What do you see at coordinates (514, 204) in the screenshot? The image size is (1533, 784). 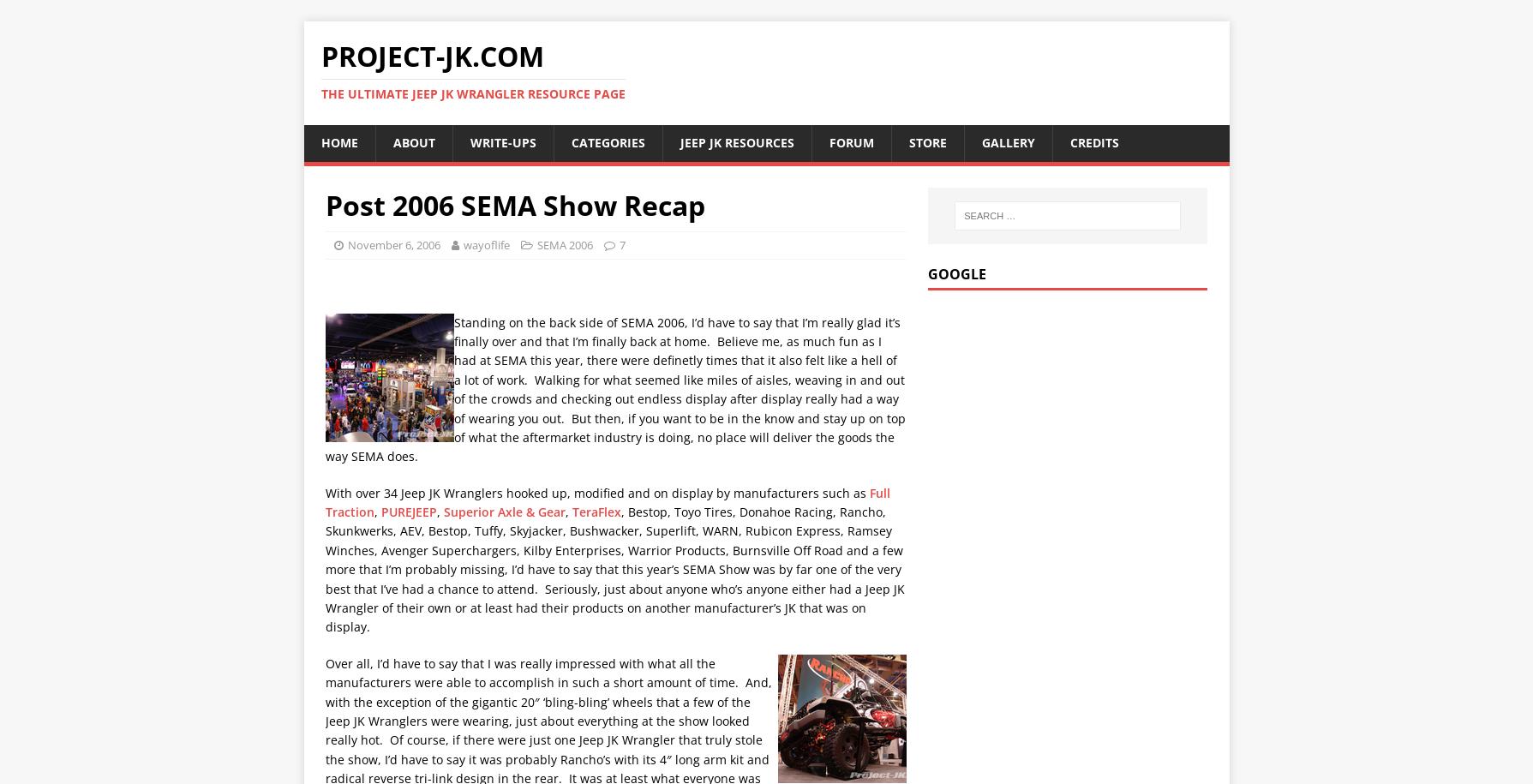 I see `'Post 2006 SEMA Show Recap'` at bounding box center [514, 204].